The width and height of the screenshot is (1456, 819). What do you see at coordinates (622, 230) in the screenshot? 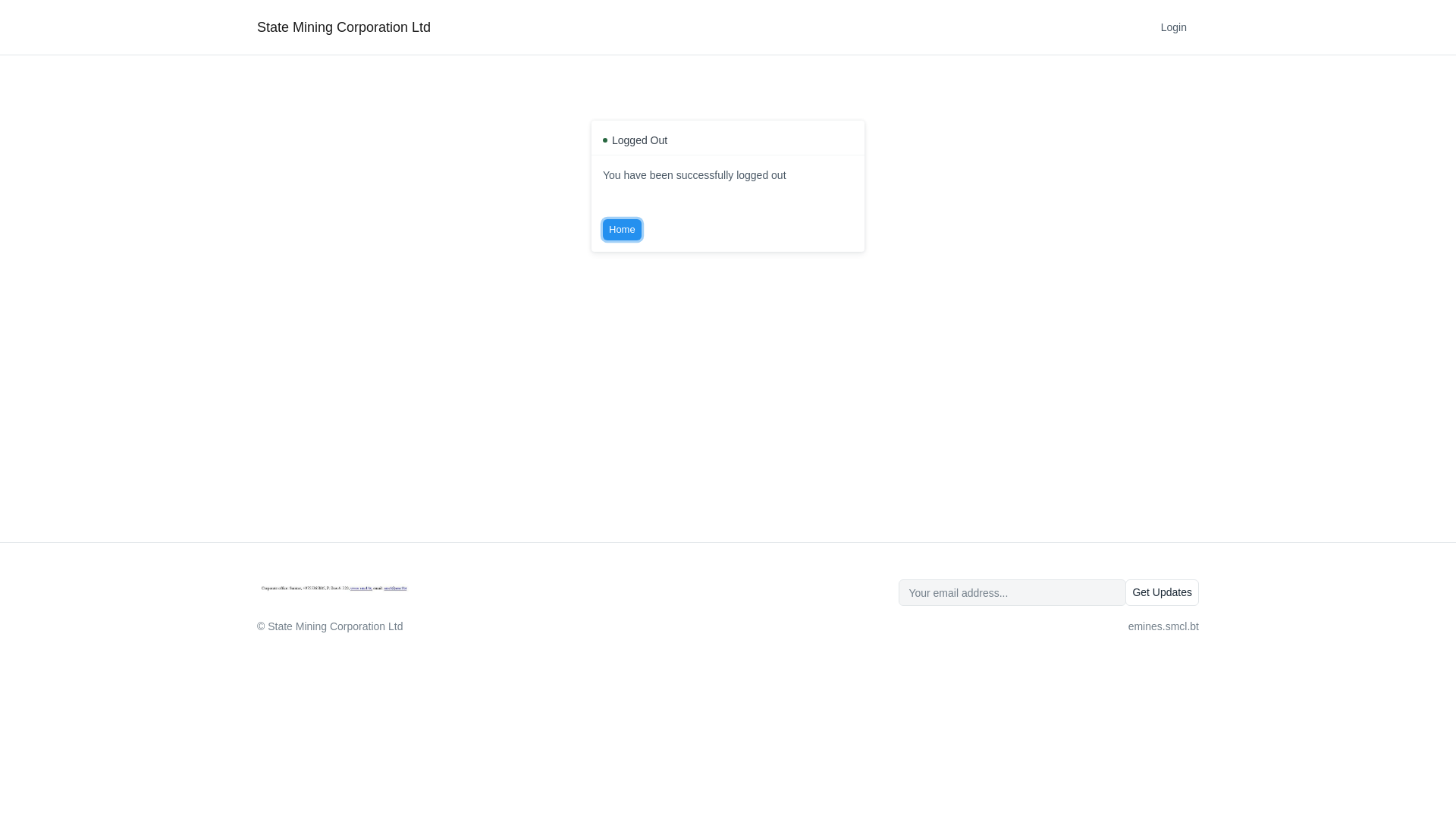
I see `'Home'` at bounding box center [622, 230].